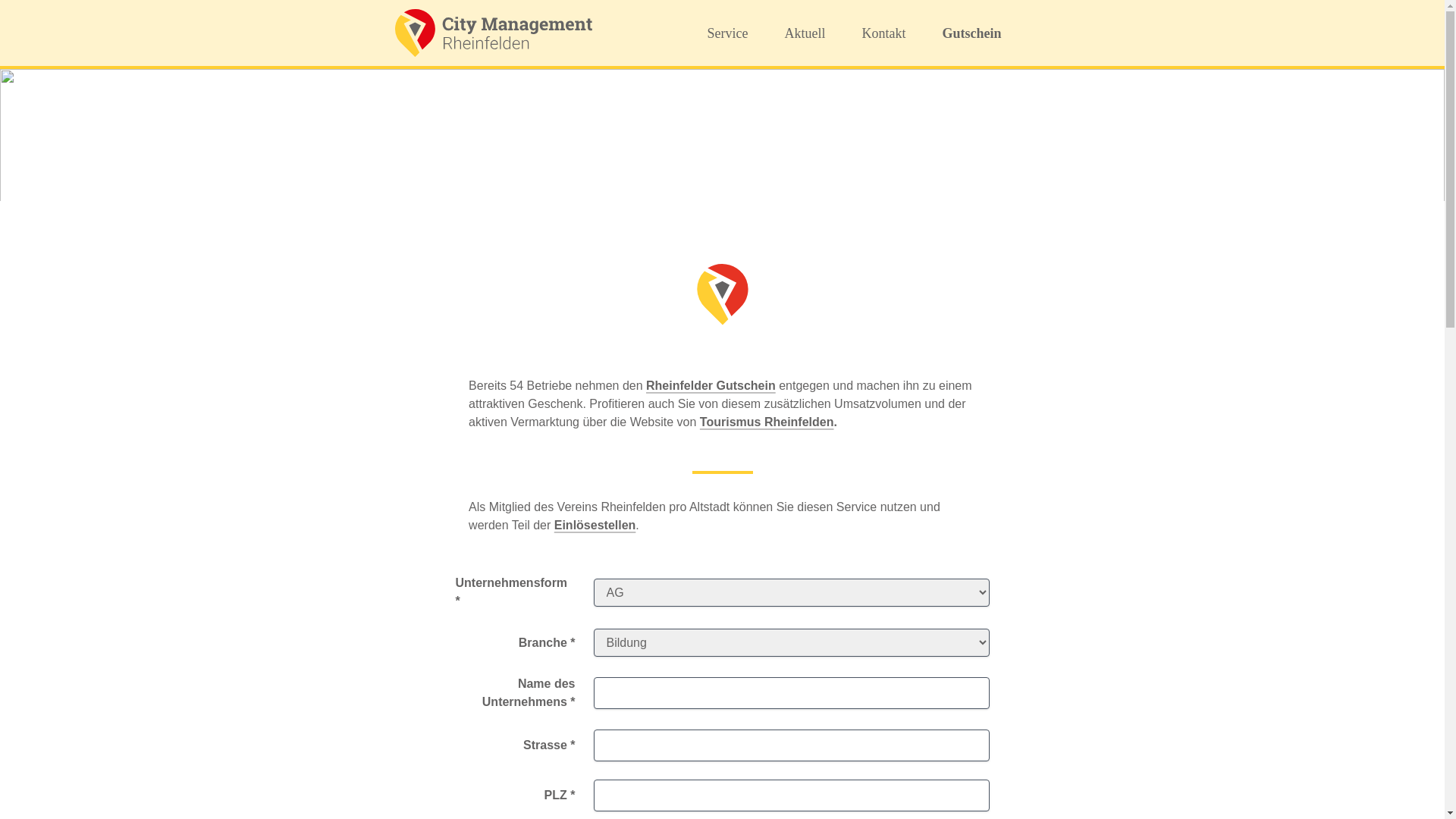 The width and height of the screenshot is (1456, 819). What do you see at coordinates (767, 422) in the screenshot?
I see `'Tourismus Rheinfelden'` at bounding box center [767, 422].